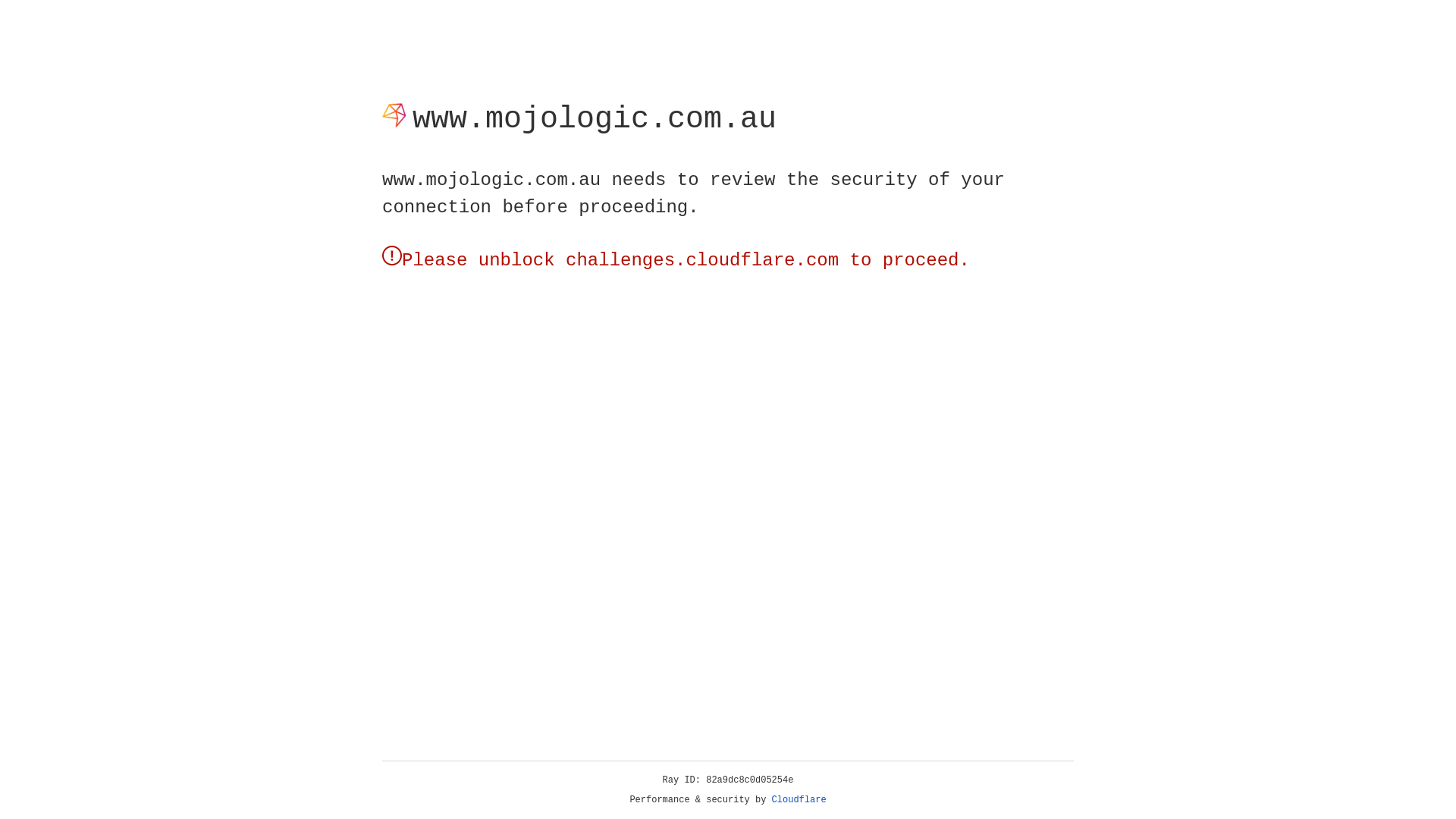 The image size is (1456, 819). What do you see at coordinates (771, 799) in the screenshot?
I see `'Cloudflare'` at bounding box center [771, 799].